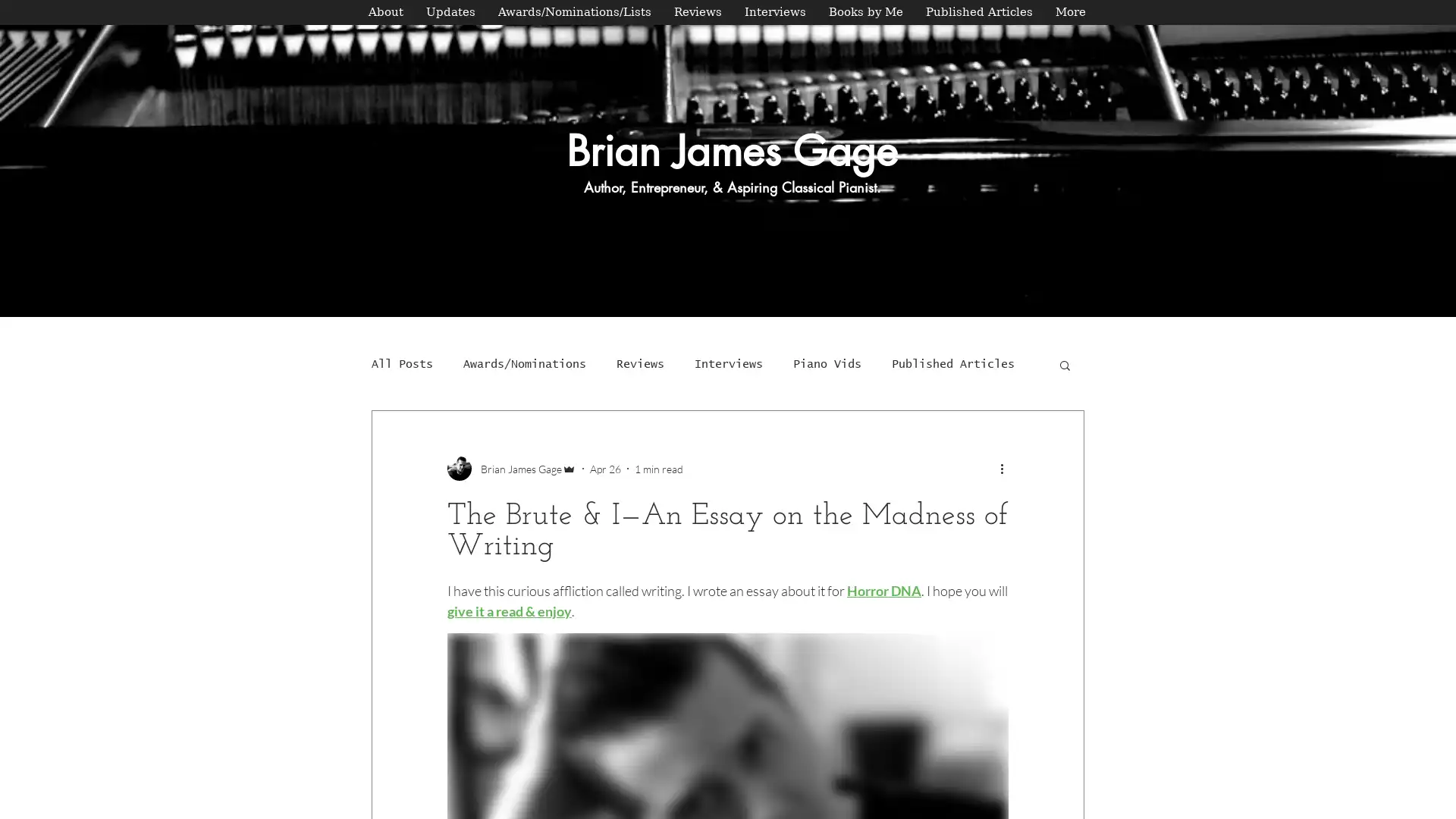  What do you see at coordinates (524, 365) in the screenshot?
I see `Awards/Nominations` at bounding box center [524, 365].